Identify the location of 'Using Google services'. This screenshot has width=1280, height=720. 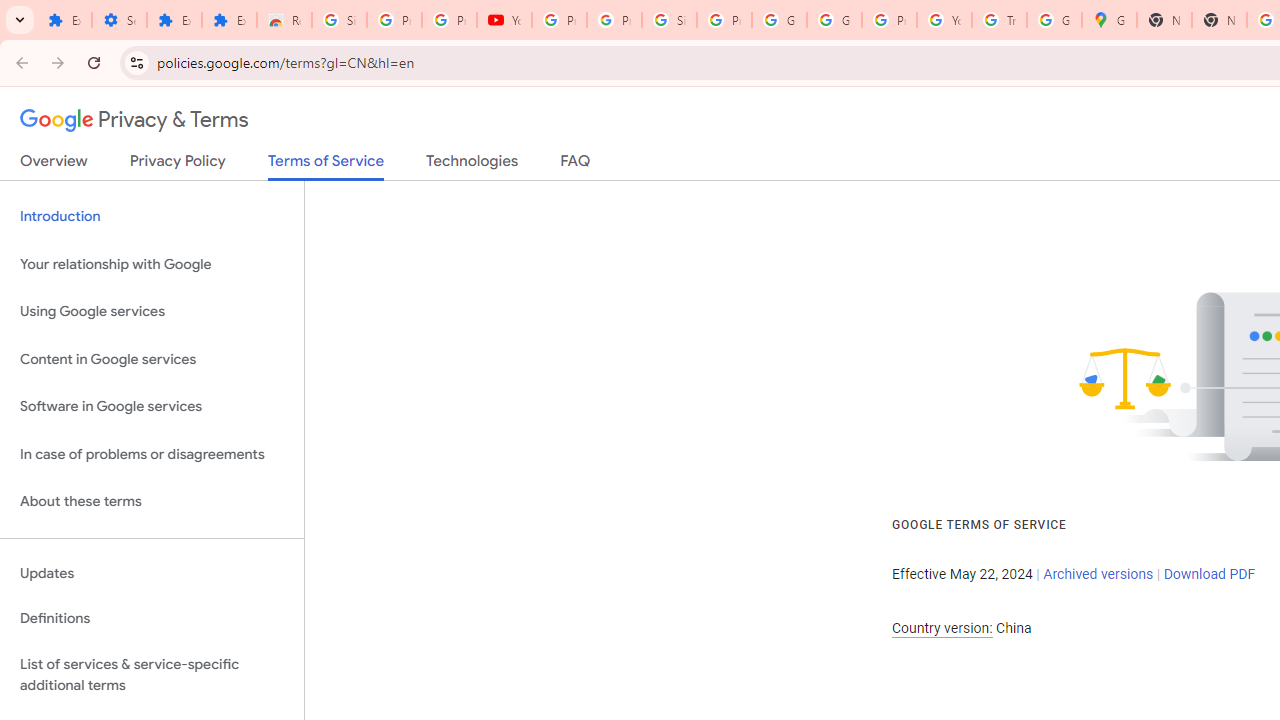
(151, 312).